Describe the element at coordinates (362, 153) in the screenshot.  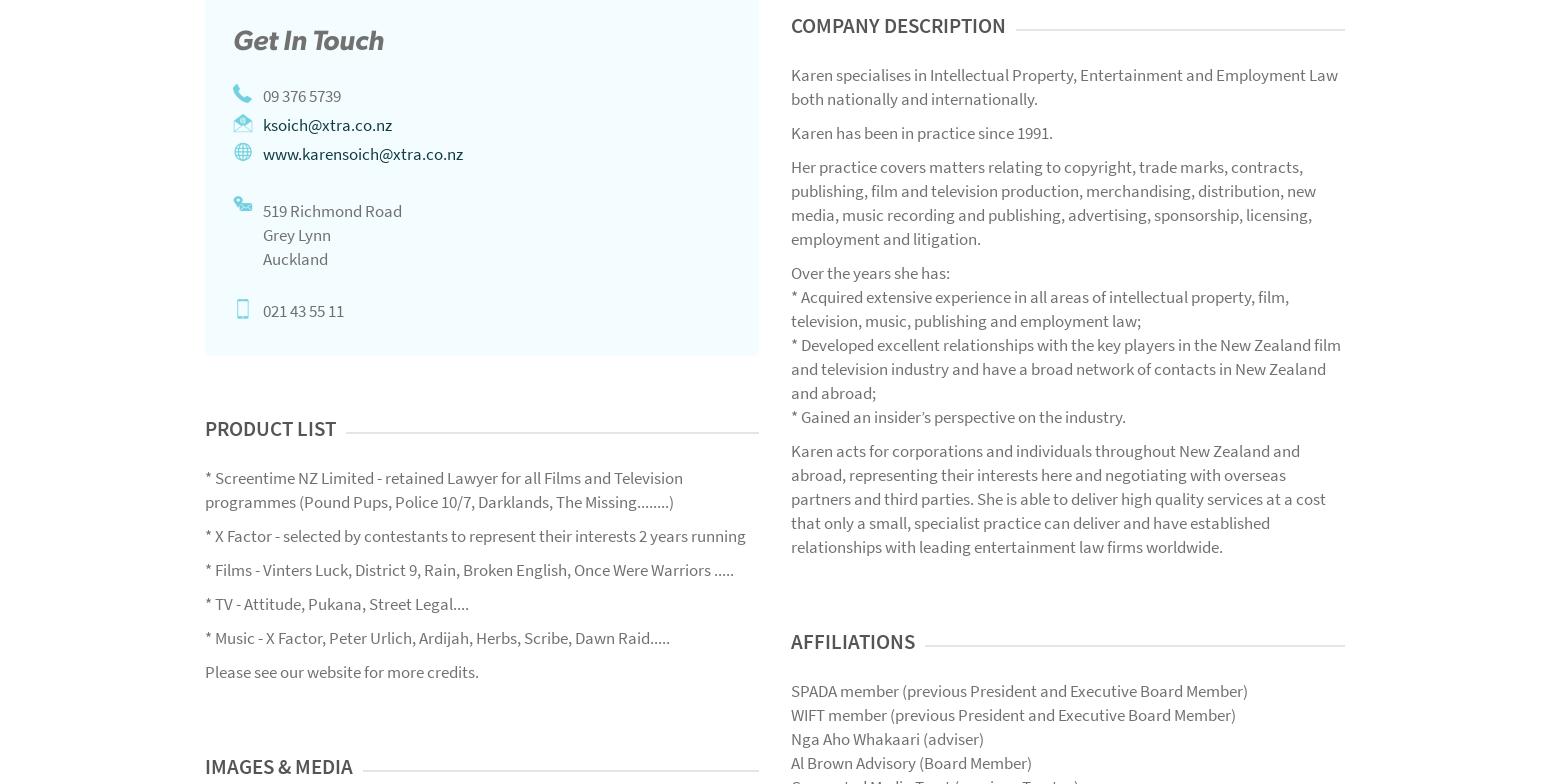
I see `'www.karensoich@xtra.co.nz'` at that location.